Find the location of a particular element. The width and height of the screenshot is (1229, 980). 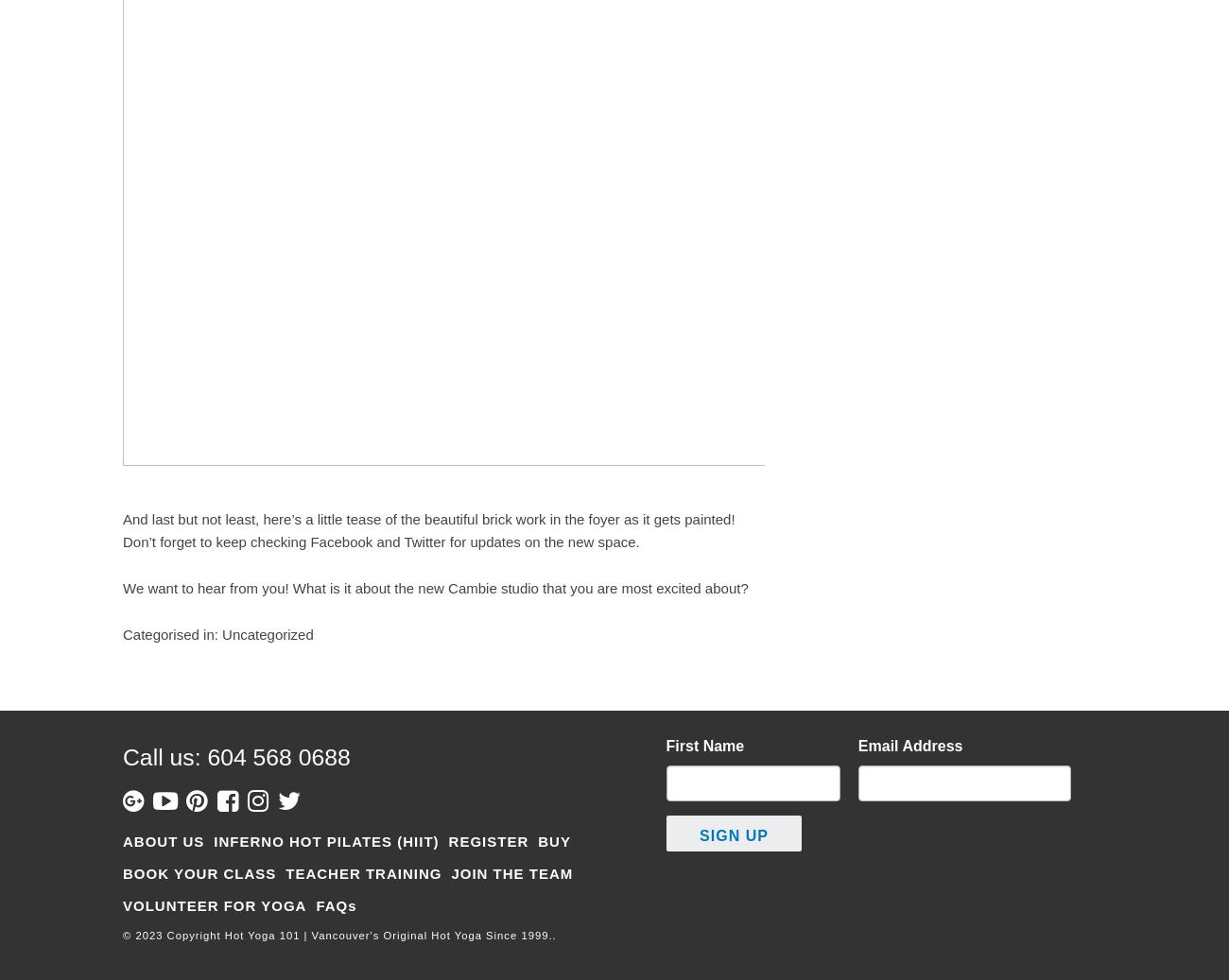

'and' is located at coordinates (388, 542).